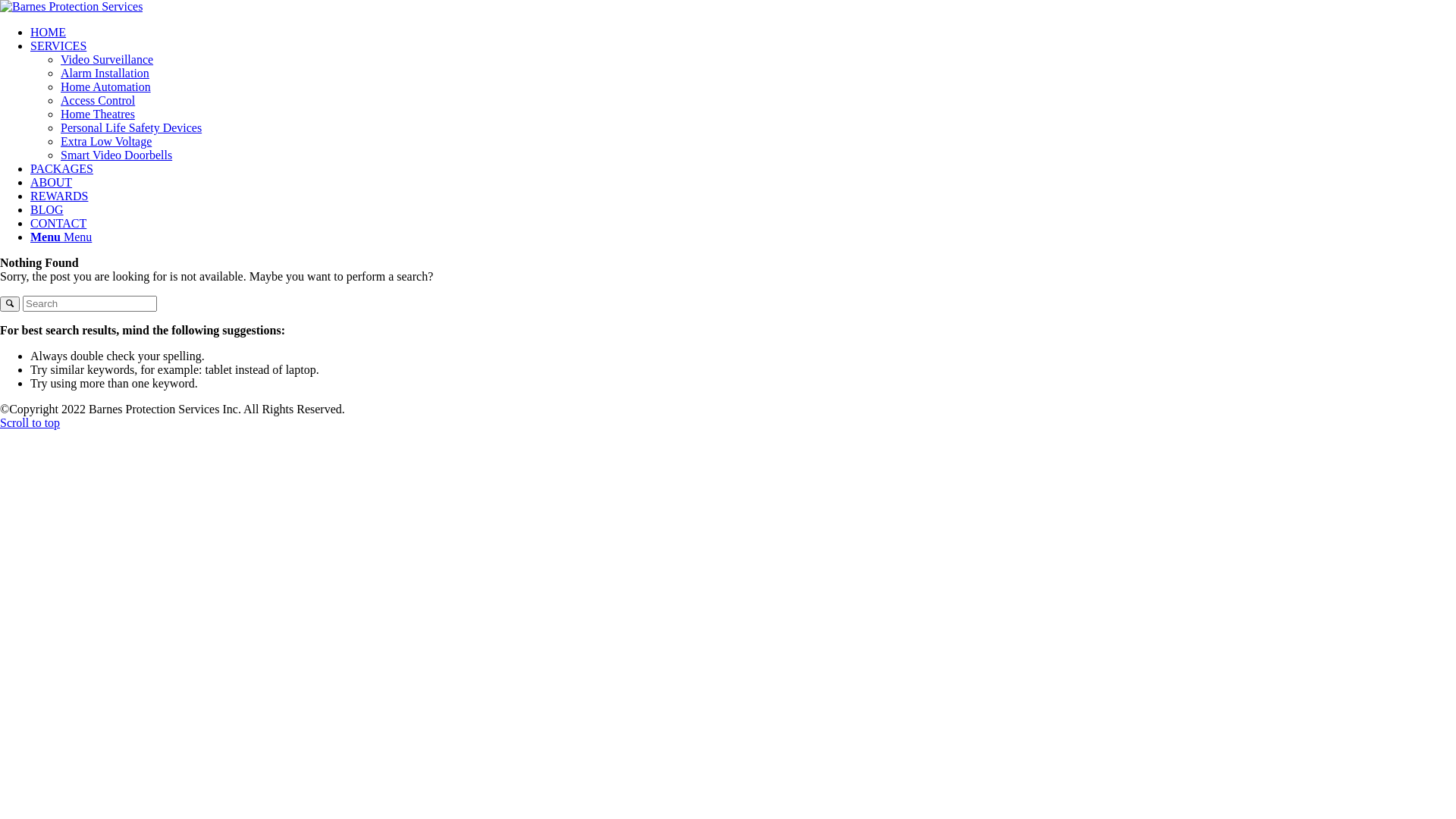 This screenshot has height=819, width=1456. Describe the element at coordinates (105, 86) in the screenshot. I see `'Home Automation'` at that location.